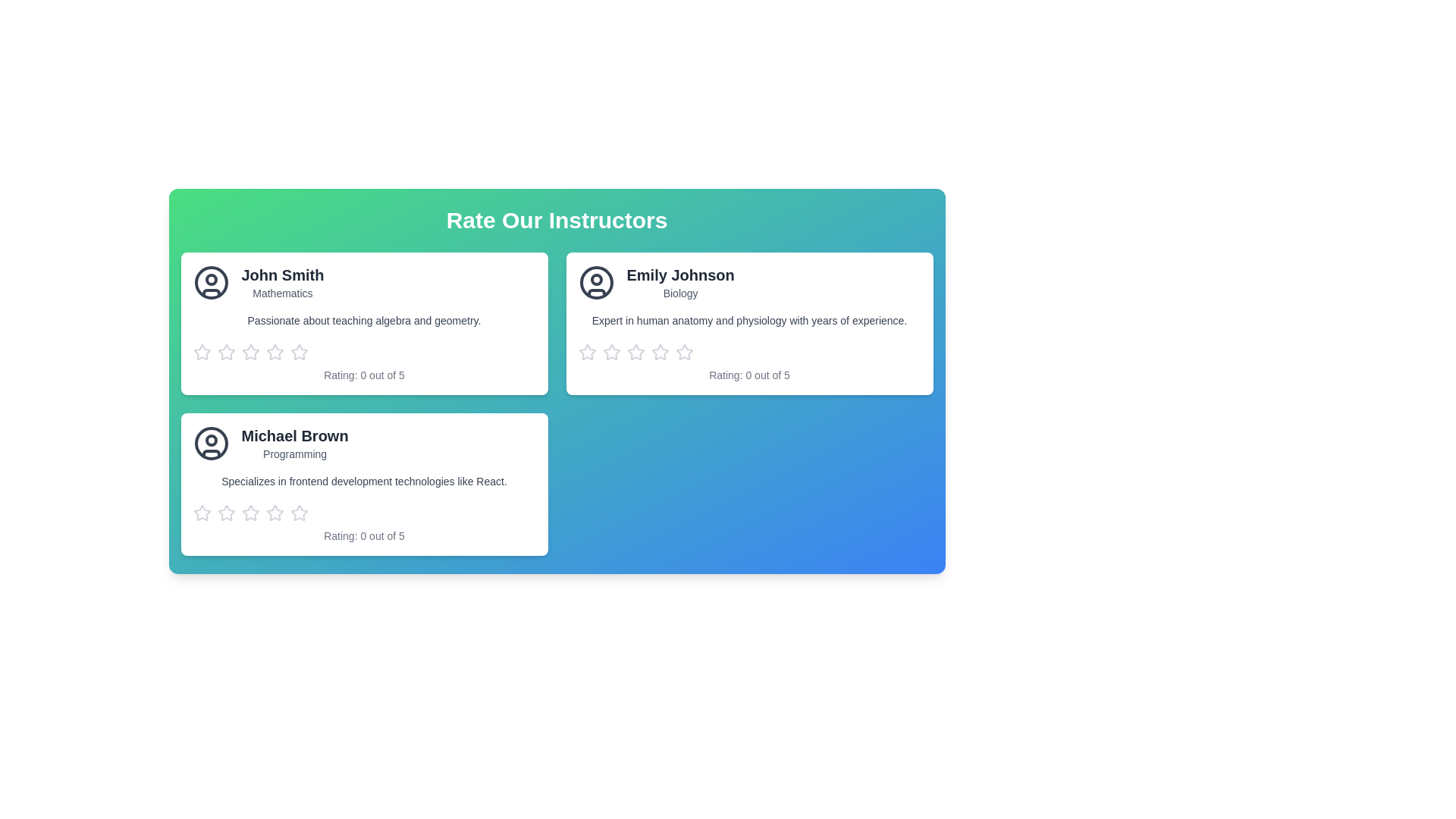  Describe the element at coordinates (749, 353) in the screenshot. I see `the star rating element located within the card of 'Emily Johnson'` at that location.